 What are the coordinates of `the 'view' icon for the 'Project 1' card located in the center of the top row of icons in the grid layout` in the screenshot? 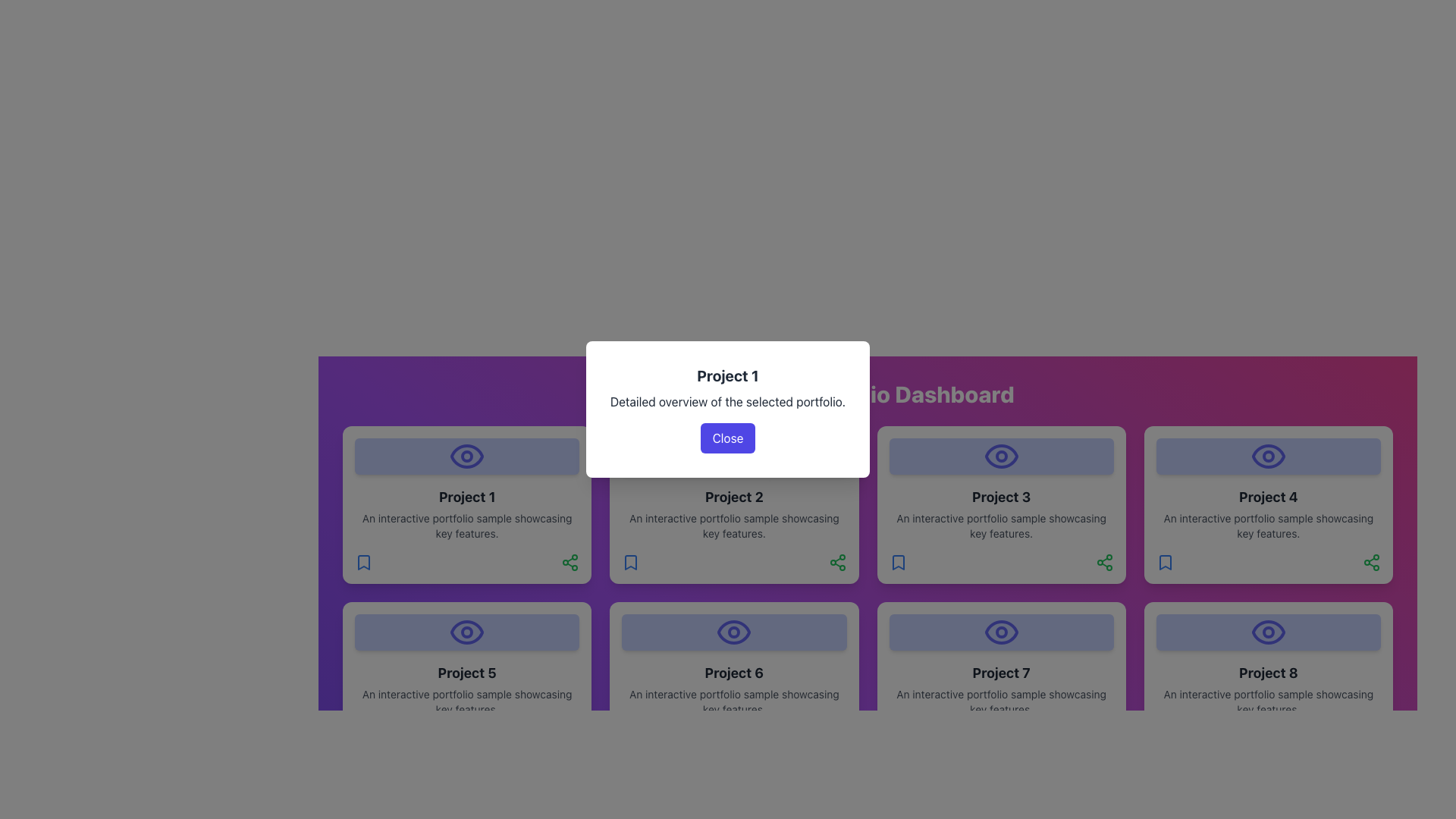 It's located at (466, 455).